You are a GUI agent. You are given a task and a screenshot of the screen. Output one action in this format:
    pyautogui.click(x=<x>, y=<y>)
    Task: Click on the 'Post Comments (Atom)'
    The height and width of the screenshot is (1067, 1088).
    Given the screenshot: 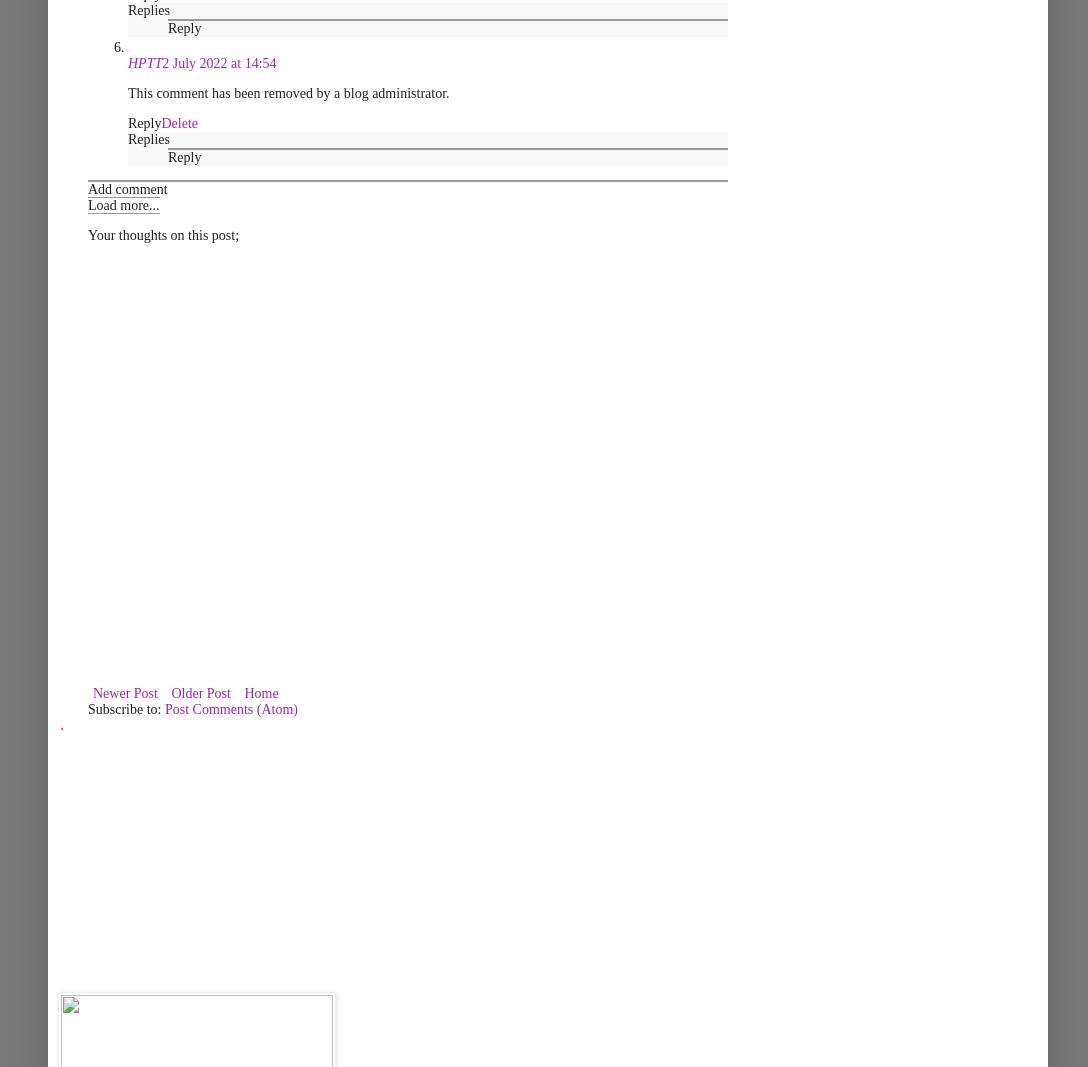 What is the action you would take?
    pyautogui.click(x=230, y=709)
    